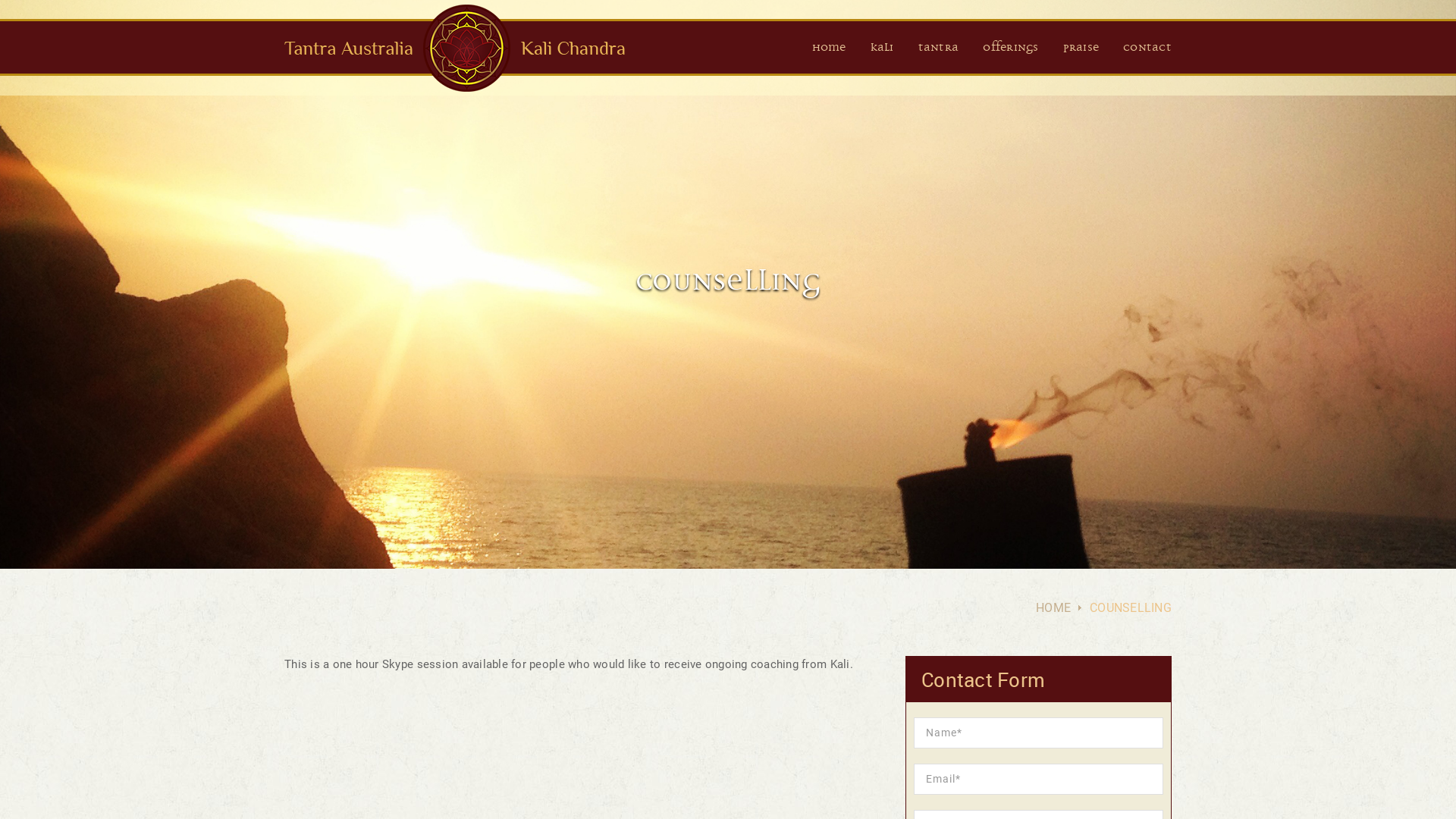 The image size is (1456, 819). What do you see at coordinates (1052, 607) in the screenshot?
I see `'HOME'` at bounding box center [1052, 607].